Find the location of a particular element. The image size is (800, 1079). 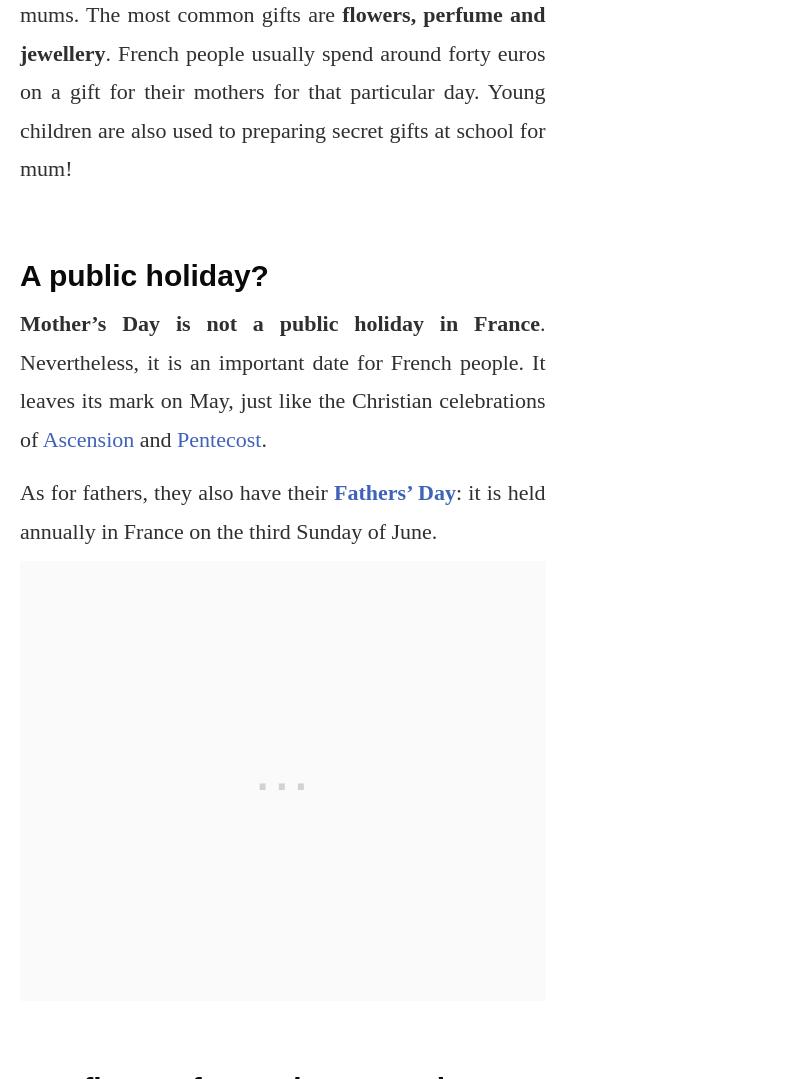

': it is held annually in France on the third Sunday of June.' is located at coordinates (282, 511).